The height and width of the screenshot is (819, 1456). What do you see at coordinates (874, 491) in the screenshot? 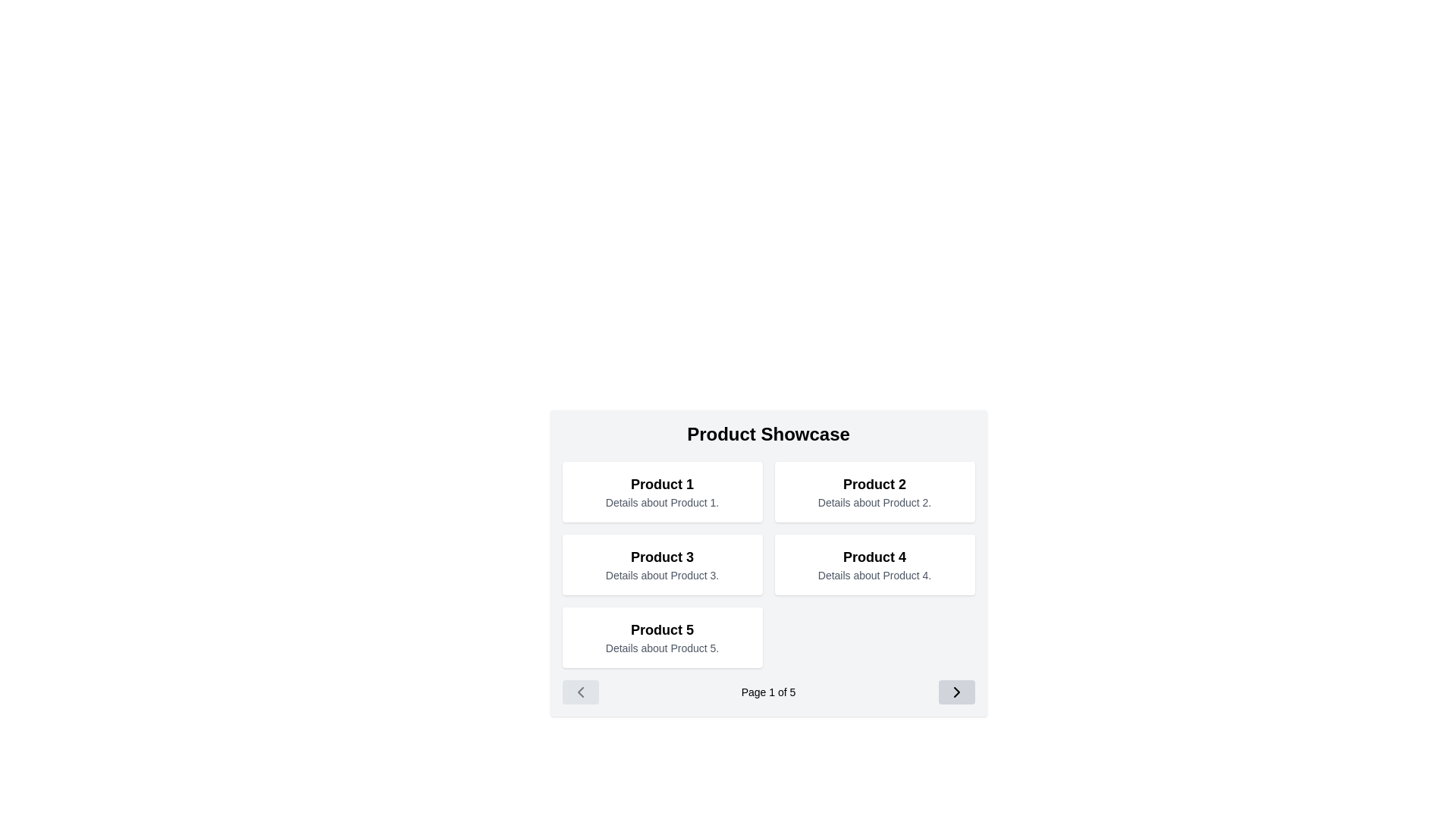
I see `the Content card displaying 'Product 2' located in the top-right corner of the grid layout` at bounding box center [874, 491].